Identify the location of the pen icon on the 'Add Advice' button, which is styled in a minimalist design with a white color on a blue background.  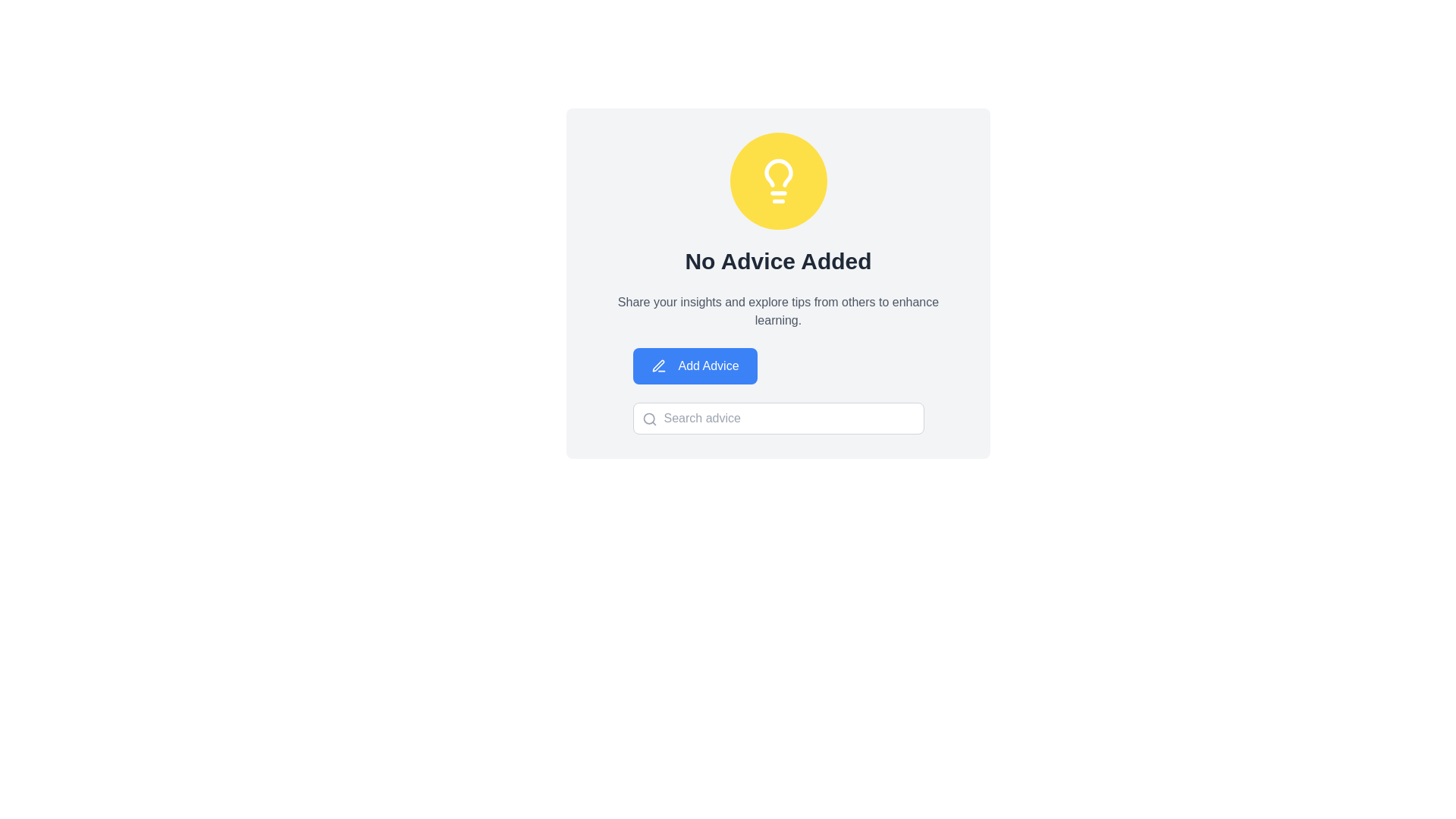
(658, 366).